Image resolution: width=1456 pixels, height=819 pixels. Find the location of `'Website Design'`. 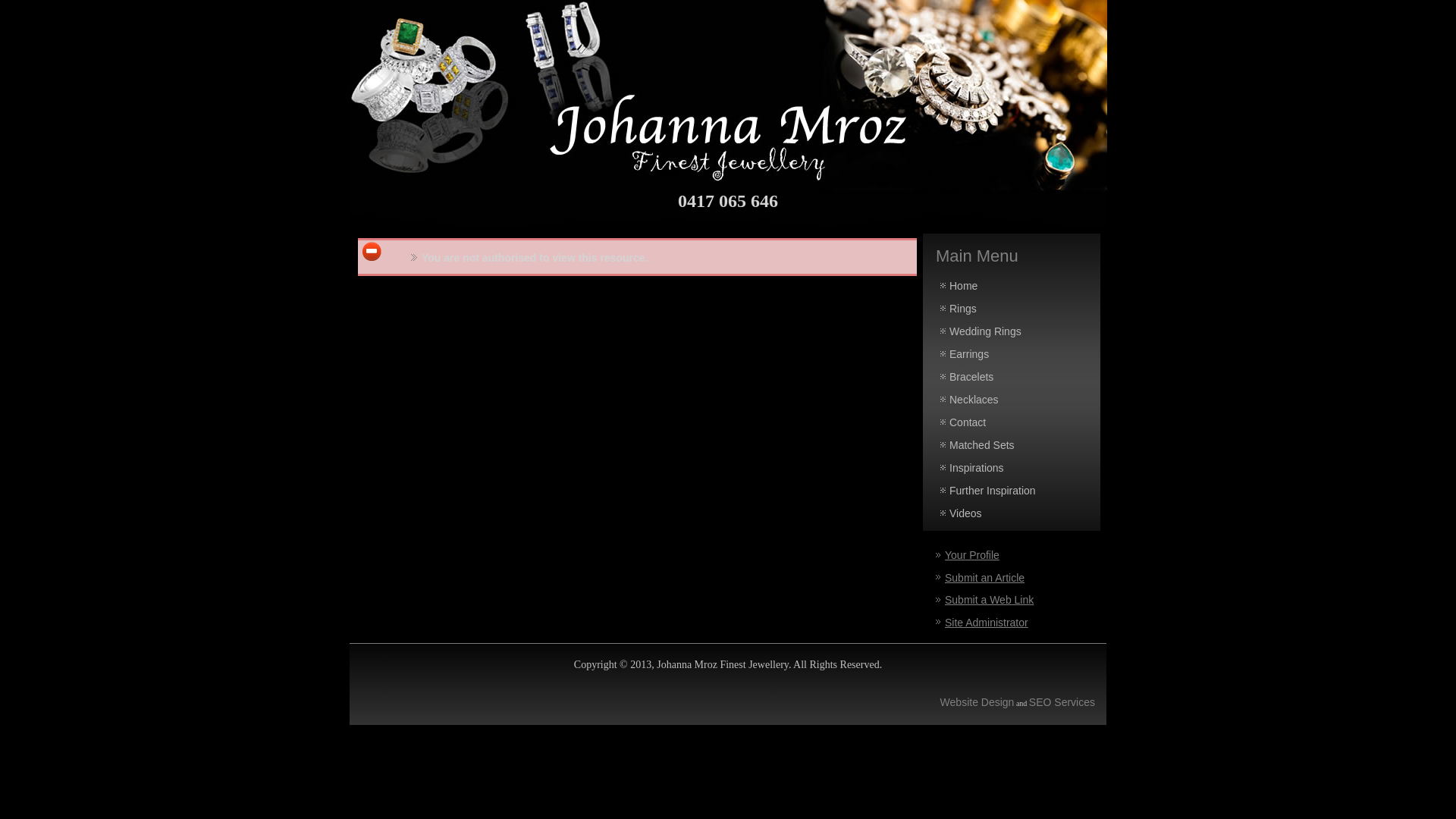

'Website Design' is located at coordinates (977, 701).